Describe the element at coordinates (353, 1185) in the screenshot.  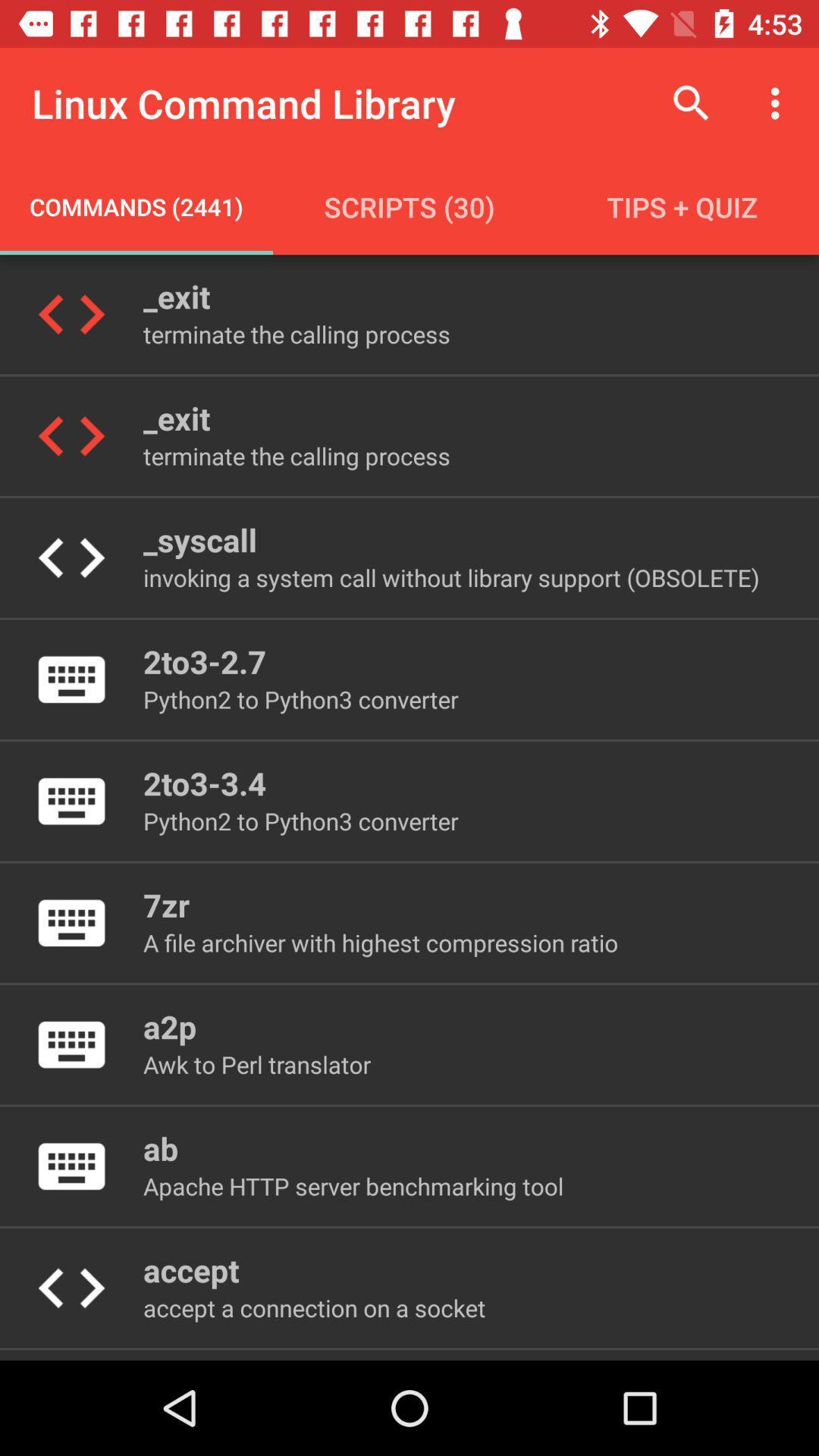
I see `item below ab` at that location.